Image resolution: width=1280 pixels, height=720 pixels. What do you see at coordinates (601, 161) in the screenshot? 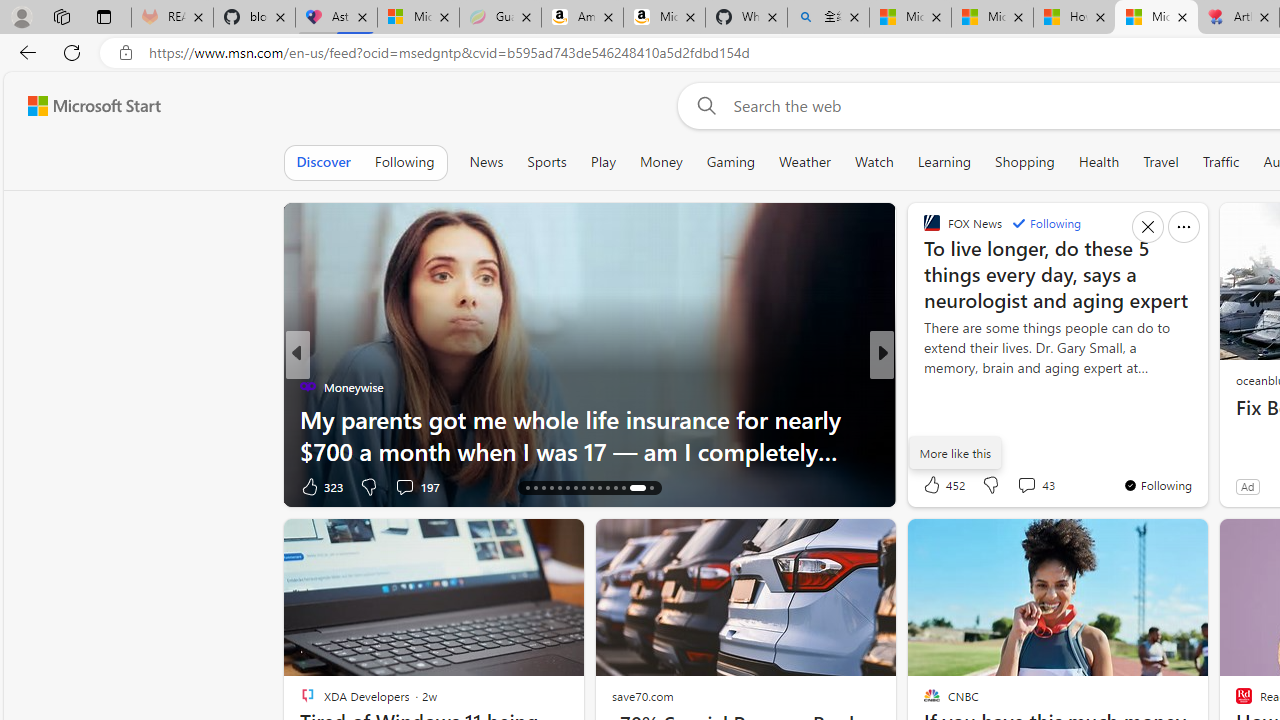
I see `'Play'` at bounding box center [601, 161].